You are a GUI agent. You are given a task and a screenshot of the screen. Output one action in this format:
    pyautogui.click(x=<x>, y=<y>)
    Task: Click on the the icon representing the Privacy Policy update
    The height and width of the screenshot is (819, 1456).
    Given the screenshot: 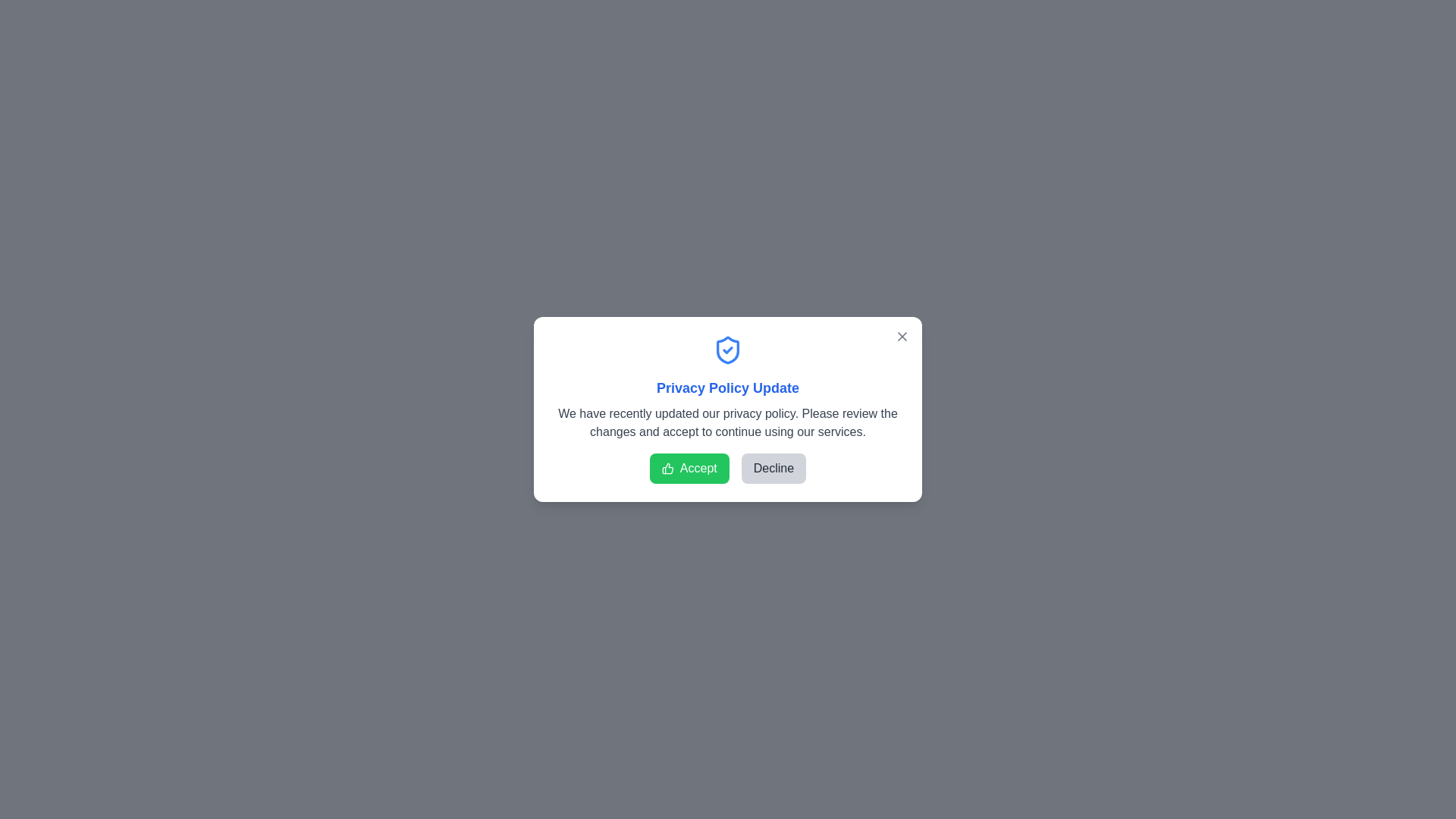 What is the action you would take?
    pyautogui.click(x=728, y=350)
    